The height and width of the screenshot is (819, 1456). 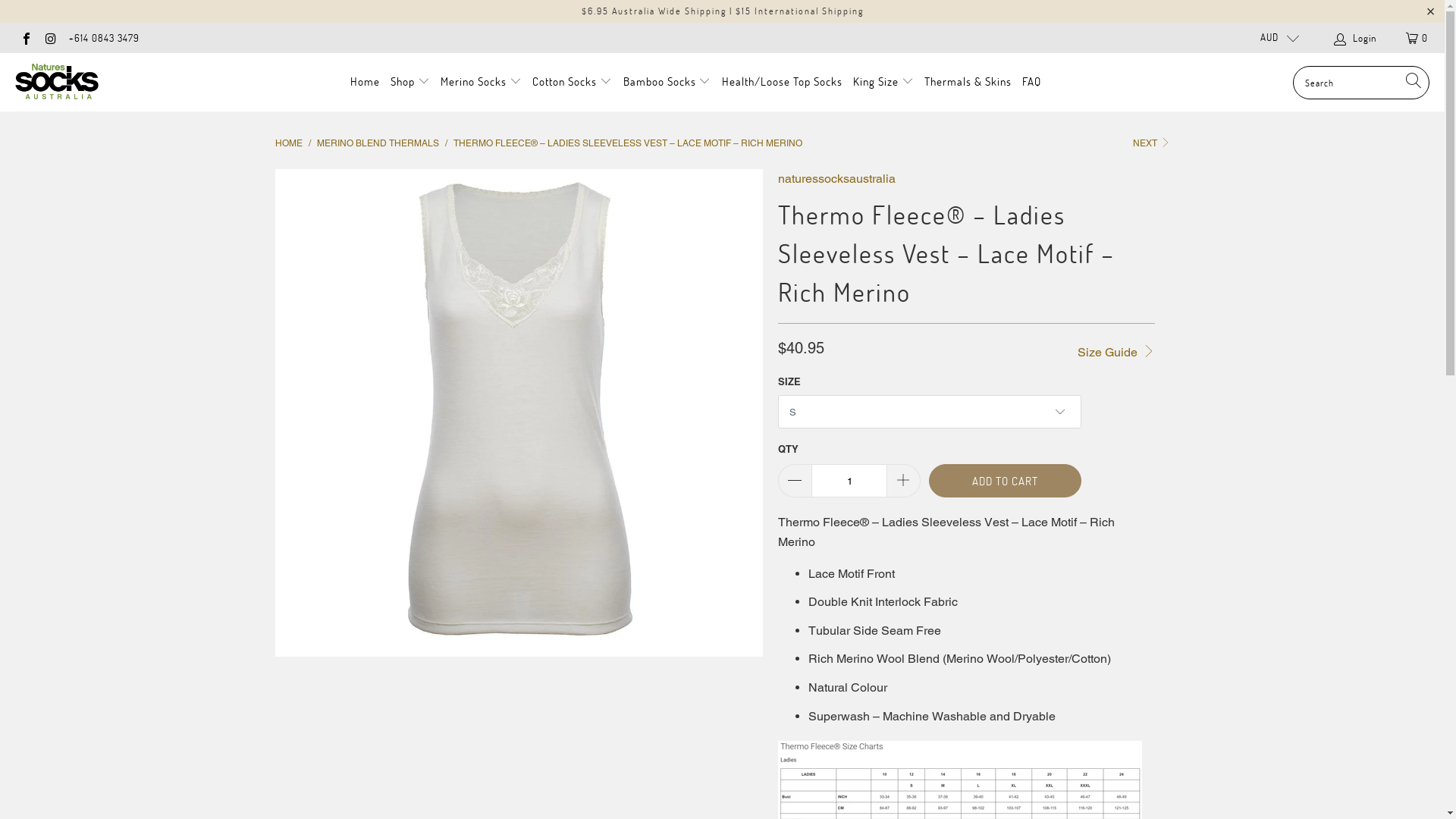 I want to click on 'naturessocksaustralia on Instagram', so click(x=50, y=36).